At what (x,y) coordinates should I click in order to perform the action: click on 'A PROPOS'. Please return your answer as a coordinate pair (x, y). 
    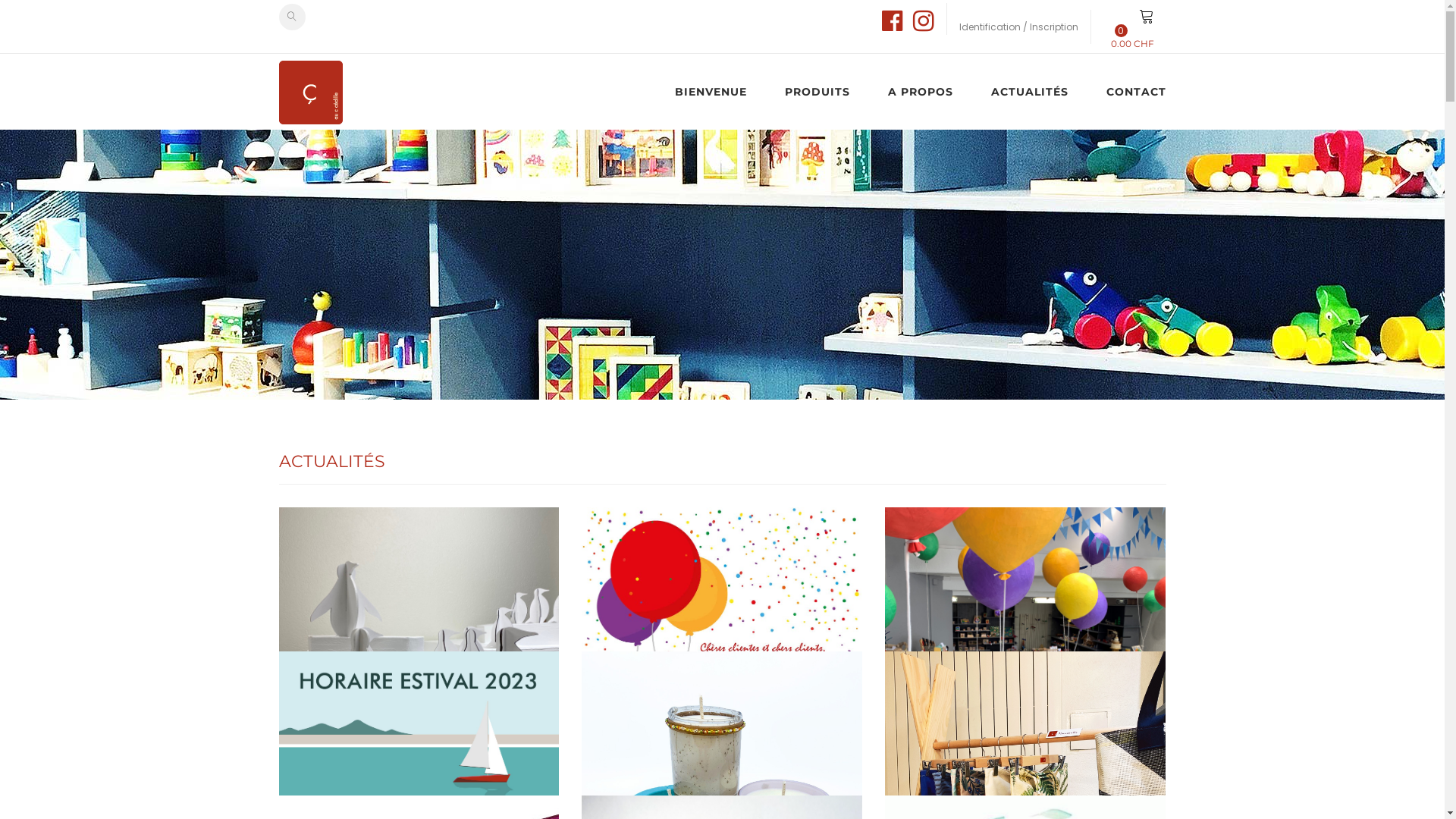
    Looking at the image, I should click on (920, 91).